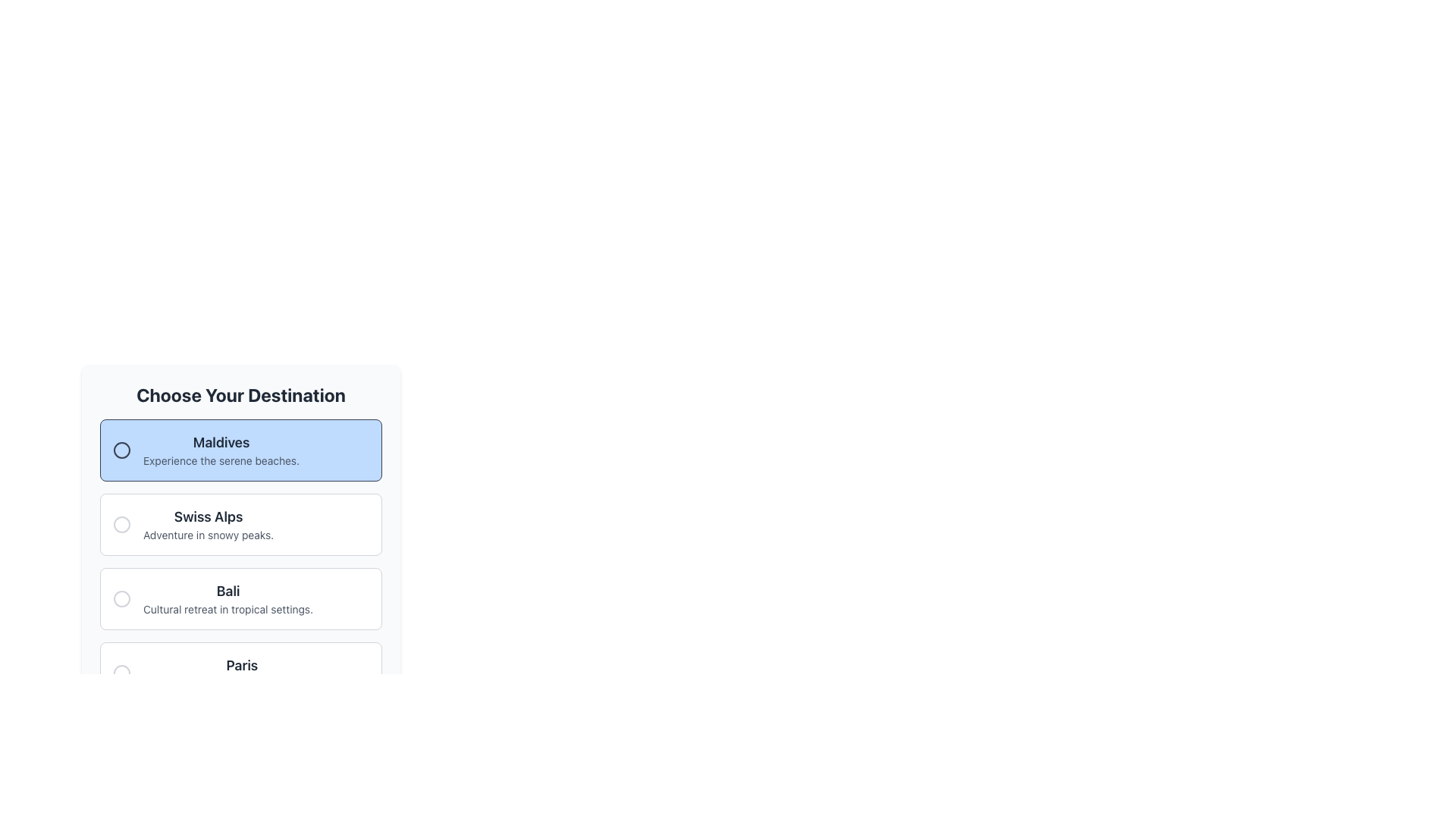 The height and width of the screenshot is (819, 1456). I want to click on the appearance of the non-interactive SVG circle element located to the left of the 'Swiss Alps' option in the selectable list, so click(122, 523).